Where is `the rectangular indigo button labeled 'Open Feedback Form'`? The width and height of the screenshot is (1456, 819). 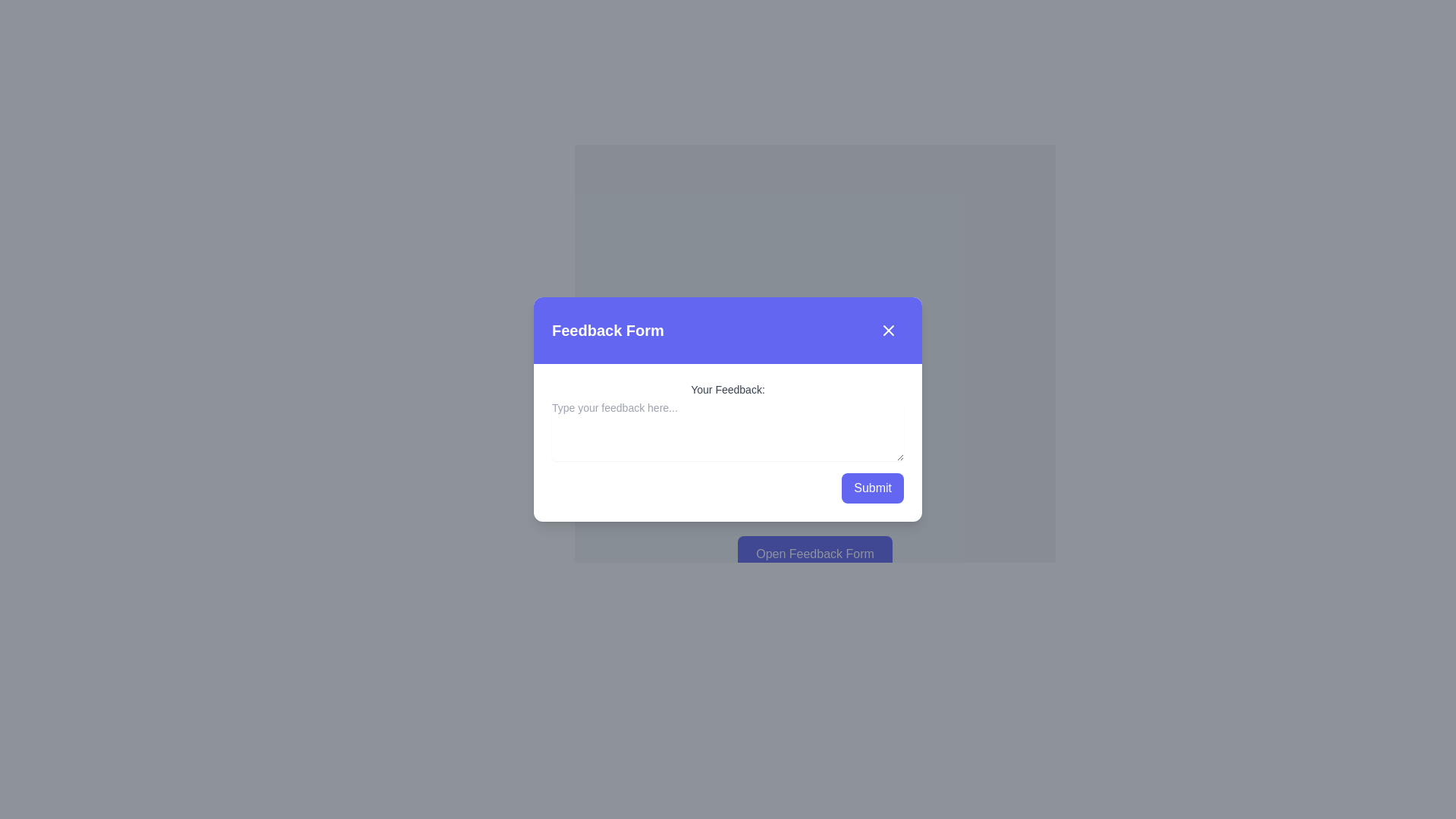 the rectangular indigo button labeled 'Open Feedback Form' is located at coordinates (814, 554).